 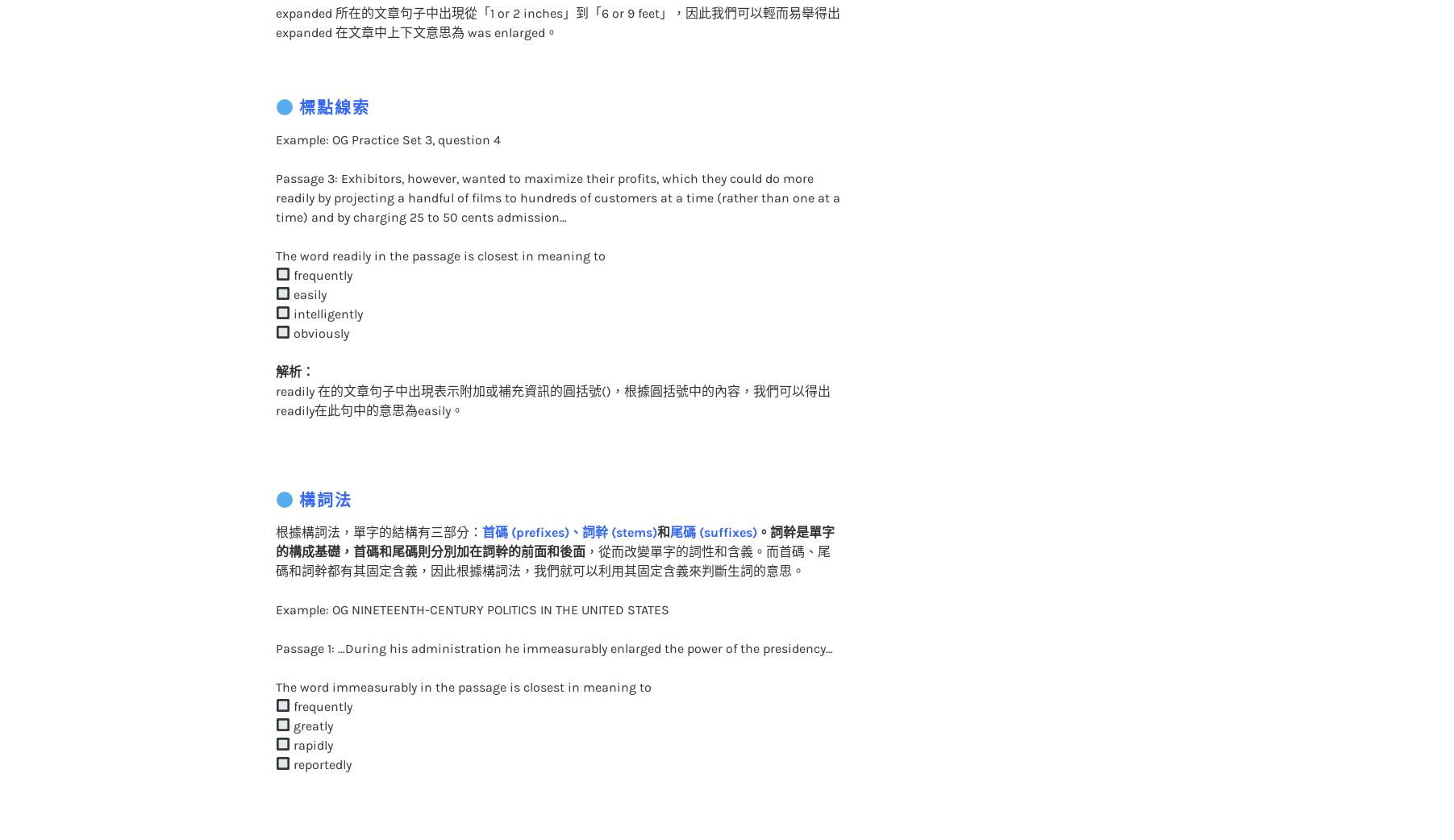 I want to click on 'Passage 1: …During his administration he immeasurably enlarged the power of the presidency…', so click(x=552, y=614).